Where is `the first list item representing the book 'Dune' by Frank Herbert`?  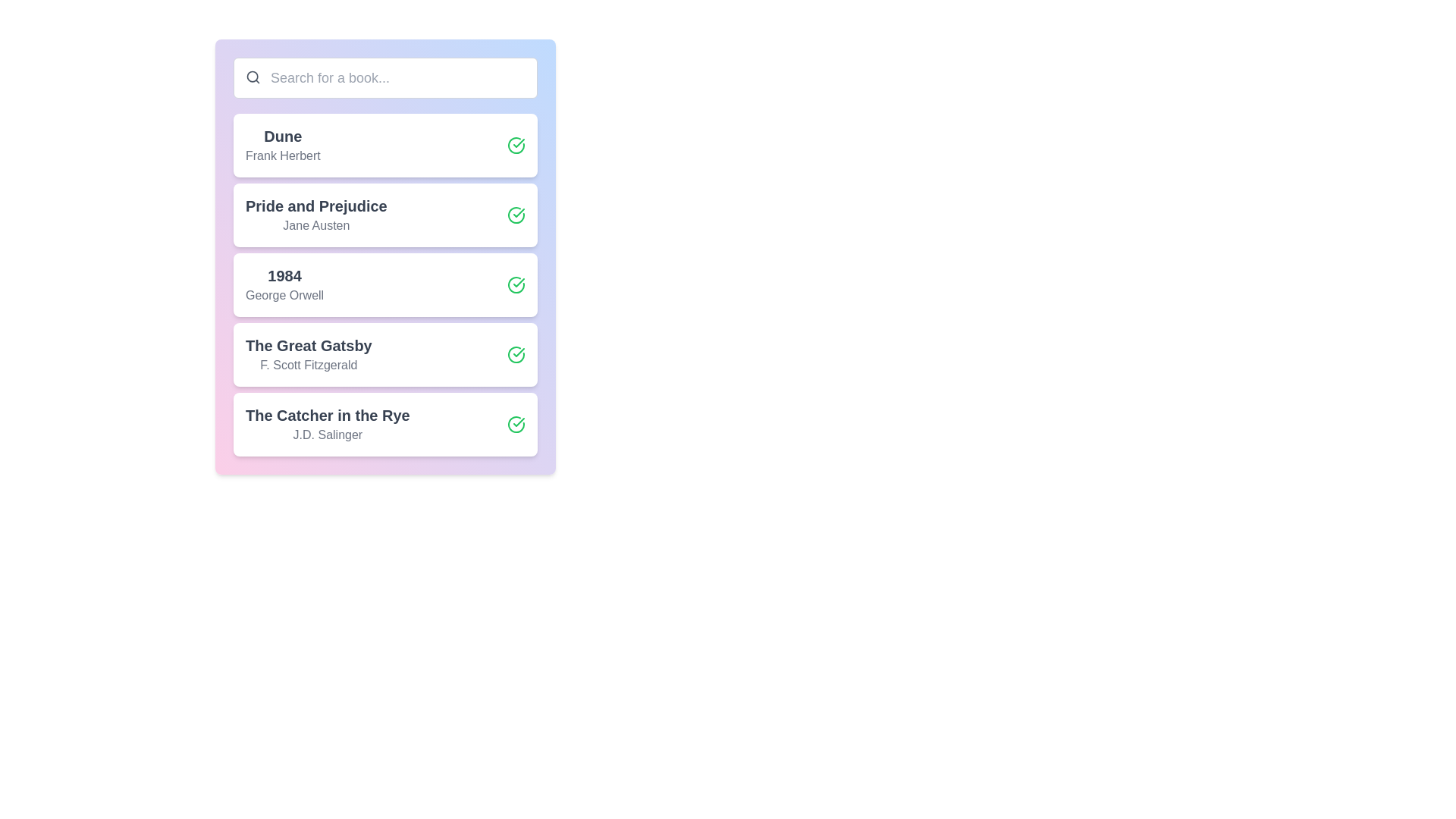
the first list item representing the book 'Dune' by Frank Herbert is located at coordinates (385, 146).